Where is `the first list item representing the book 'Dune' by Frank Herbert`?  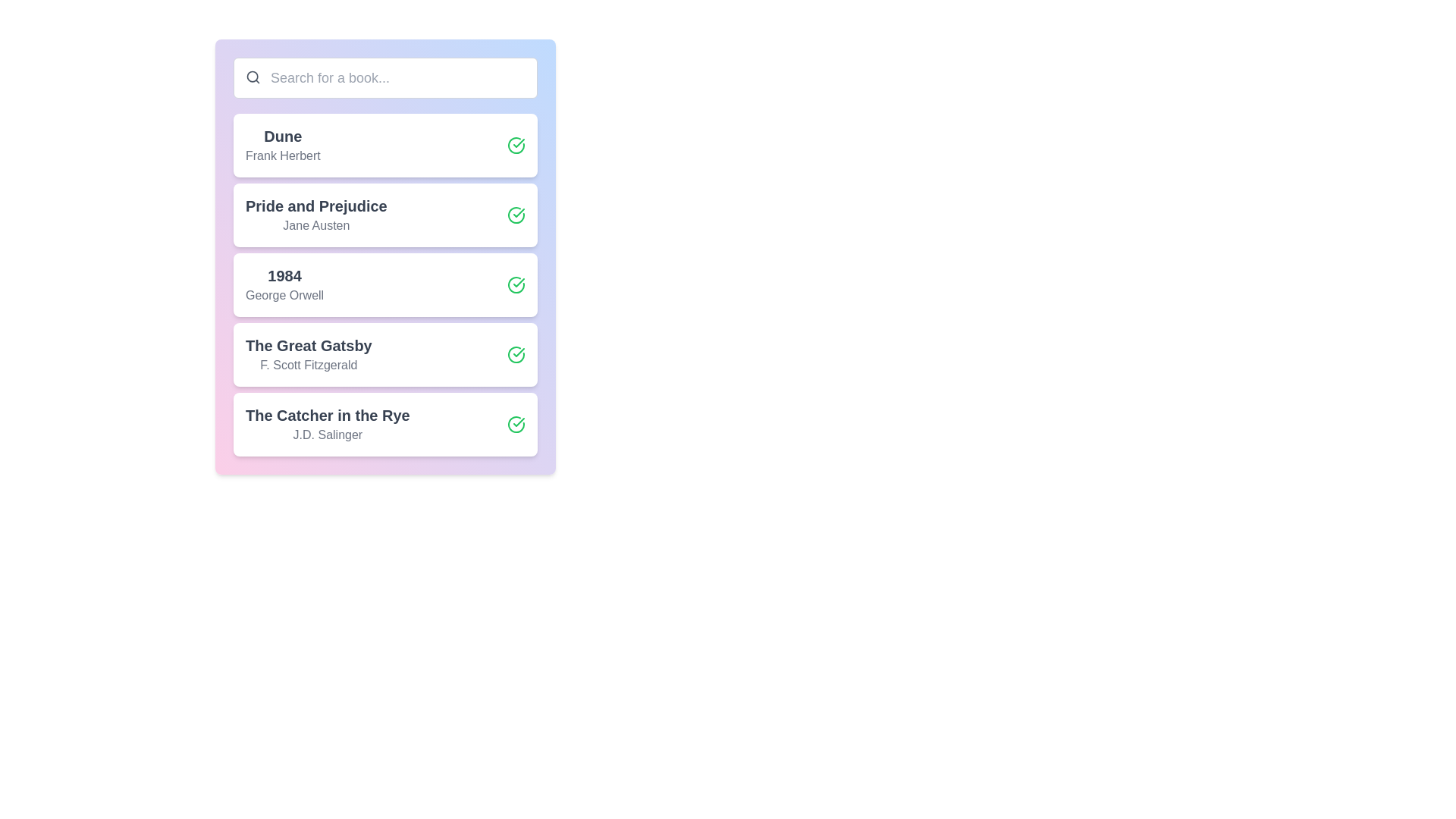
the first list item representing the book 'Dune' by Frank Herbert is located at coordinates (385, 146).